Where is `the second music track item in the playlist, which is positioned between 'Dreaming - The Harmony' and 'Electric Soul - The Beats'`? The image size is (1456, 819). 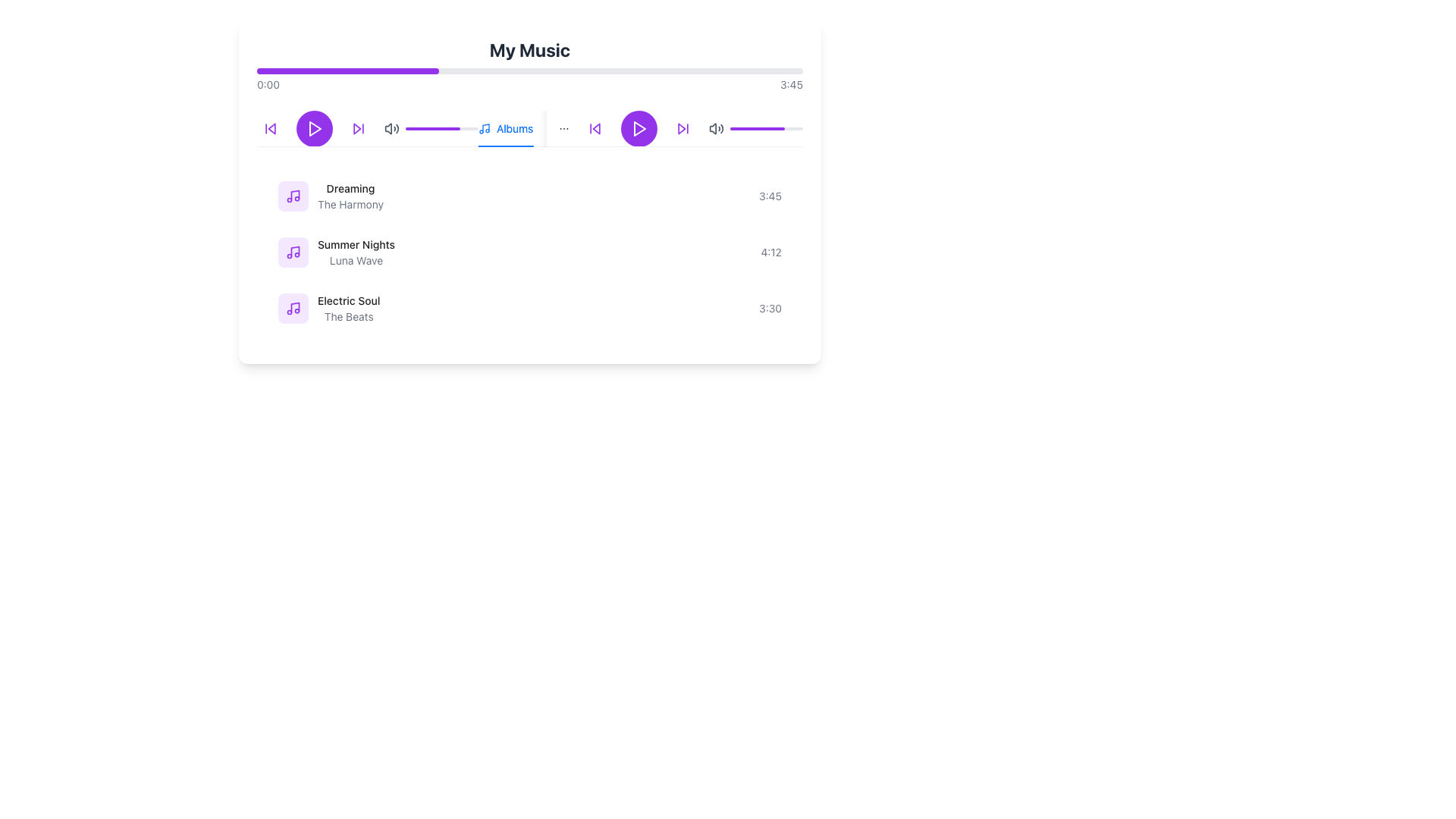 the second music track item in the playlist, which is positioned between 'Dreaming - The Harmony' and 'Electric Soul - The Beats' is located at coordinates (530, 251).